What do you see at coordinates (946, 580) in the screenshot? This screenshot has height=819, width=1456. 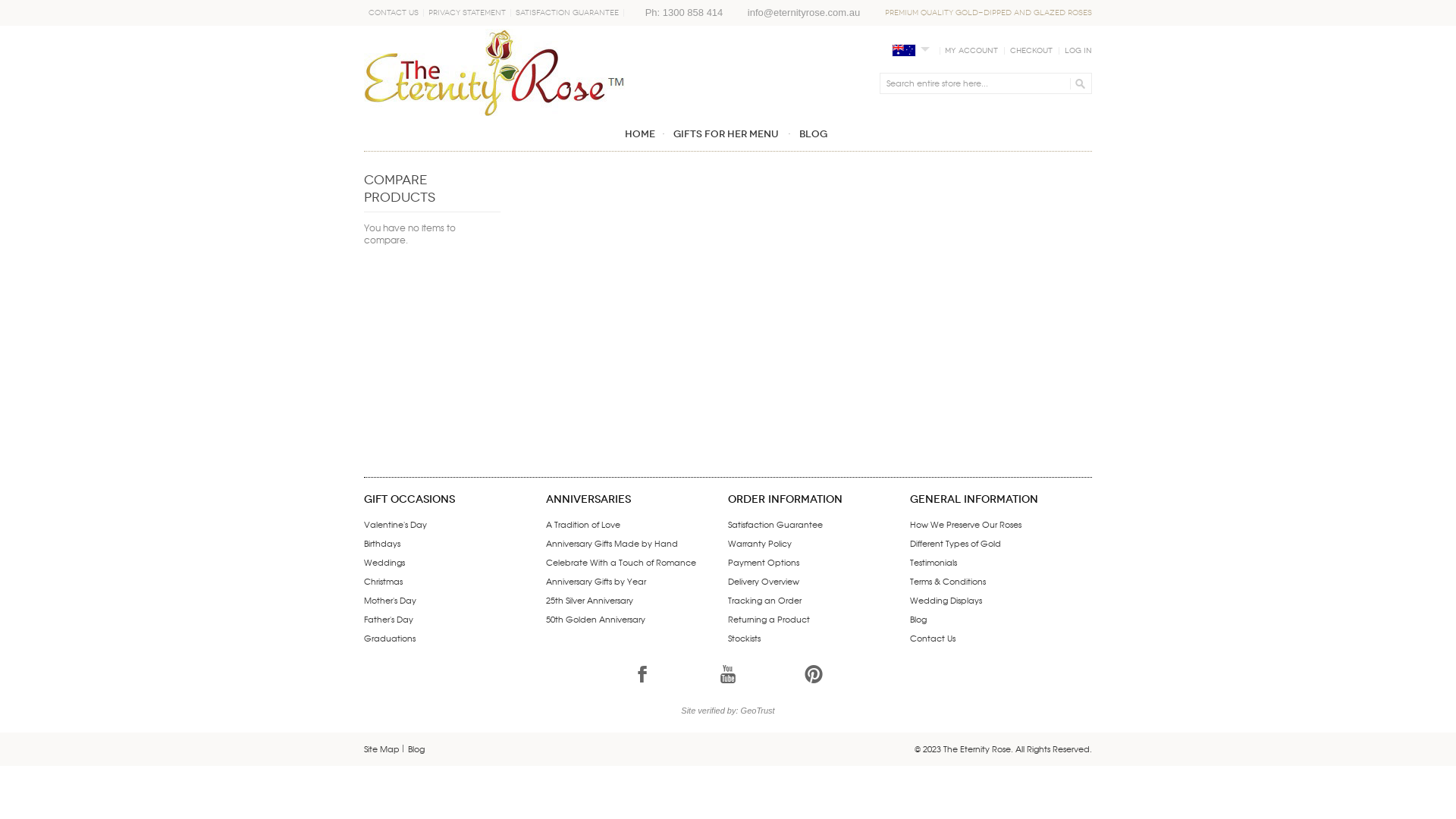 I see `'Terms & Conditions'` at bounding box center [946, 580].